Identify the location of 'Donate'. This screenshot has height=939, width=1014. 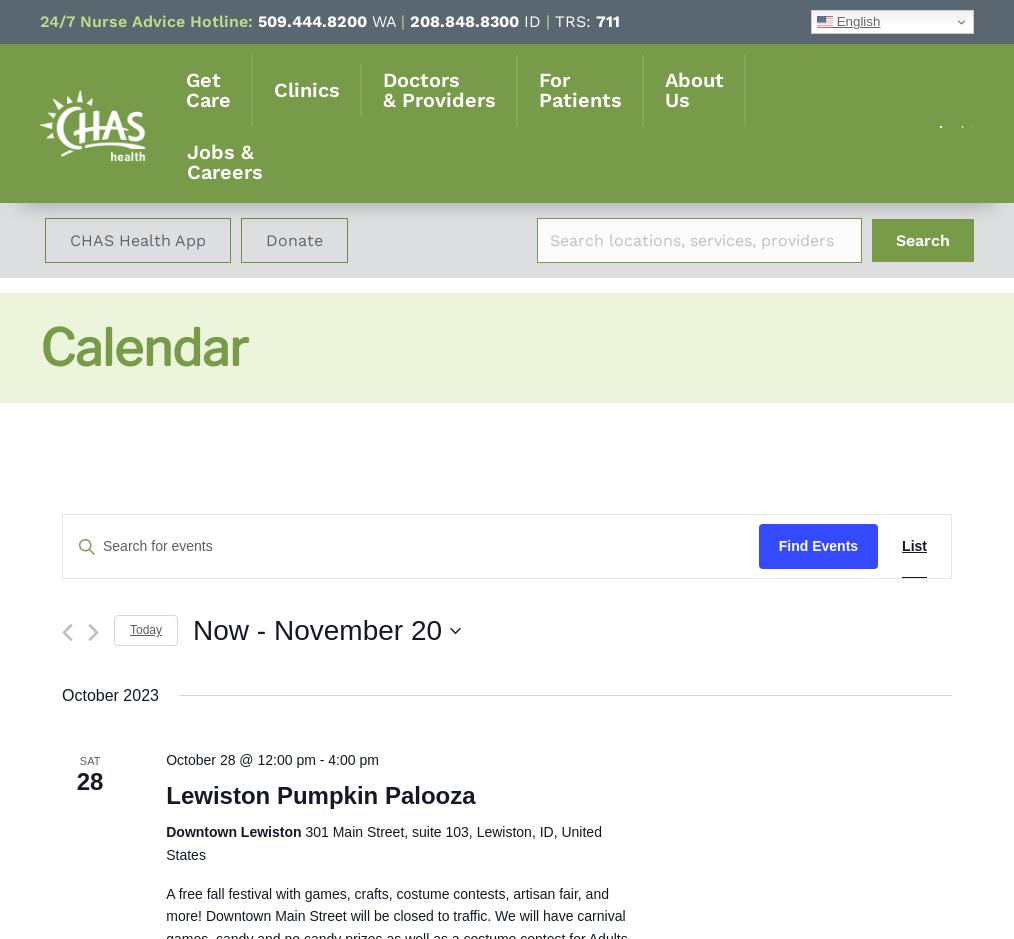
(294, 240).